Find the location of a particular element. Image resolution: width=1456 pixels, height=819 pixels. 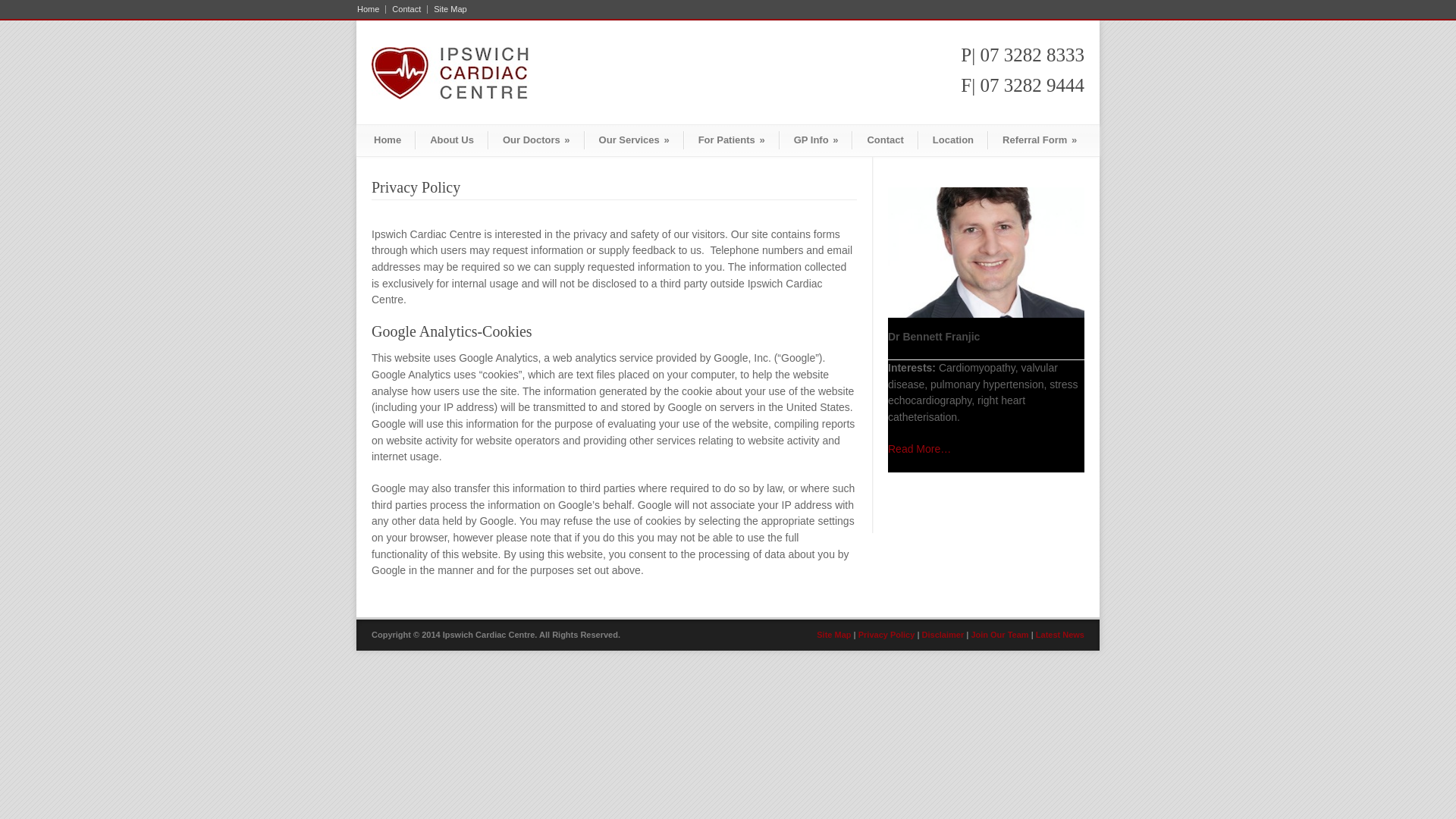

'Home' is located at coordinates (388, 140).